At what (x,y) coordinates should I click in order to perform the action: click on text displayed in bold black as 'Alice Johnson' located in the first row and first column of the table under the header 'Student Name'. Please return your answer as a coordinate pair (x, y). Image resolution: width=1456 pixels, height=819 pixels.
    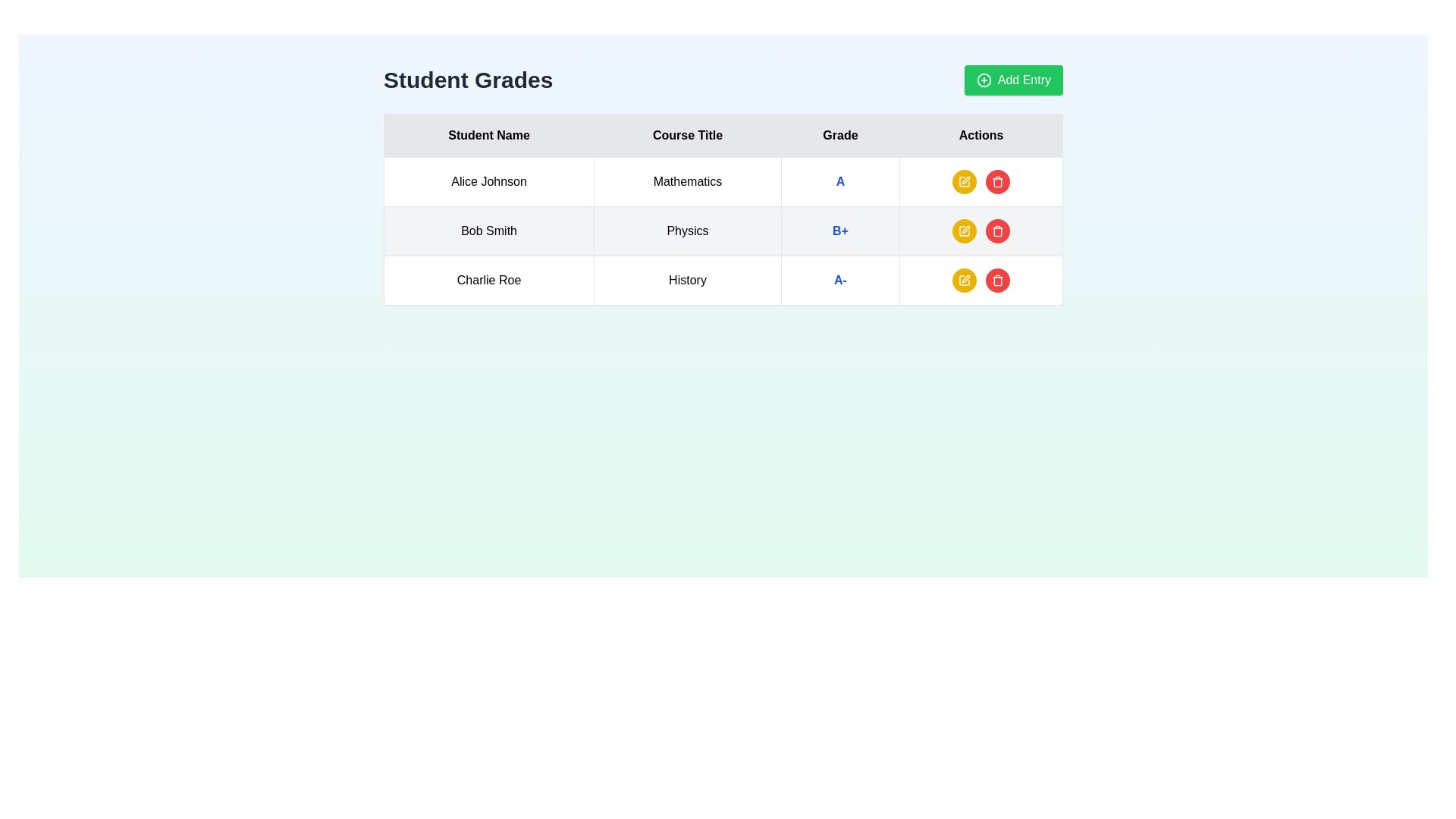
    Looking at the image, I should click on (489, 180).